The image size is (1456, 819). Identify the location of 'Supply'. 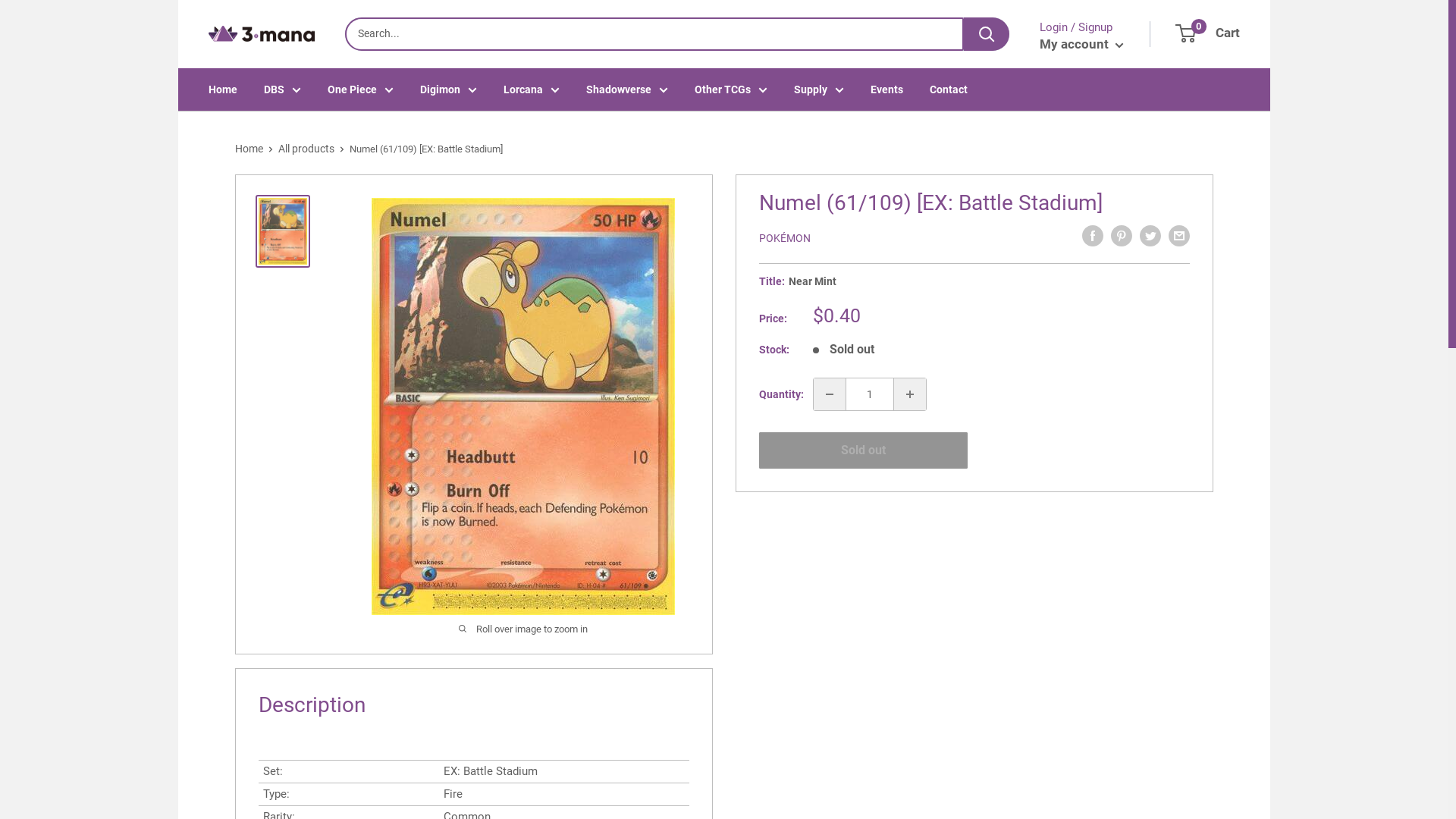
(818, 89).